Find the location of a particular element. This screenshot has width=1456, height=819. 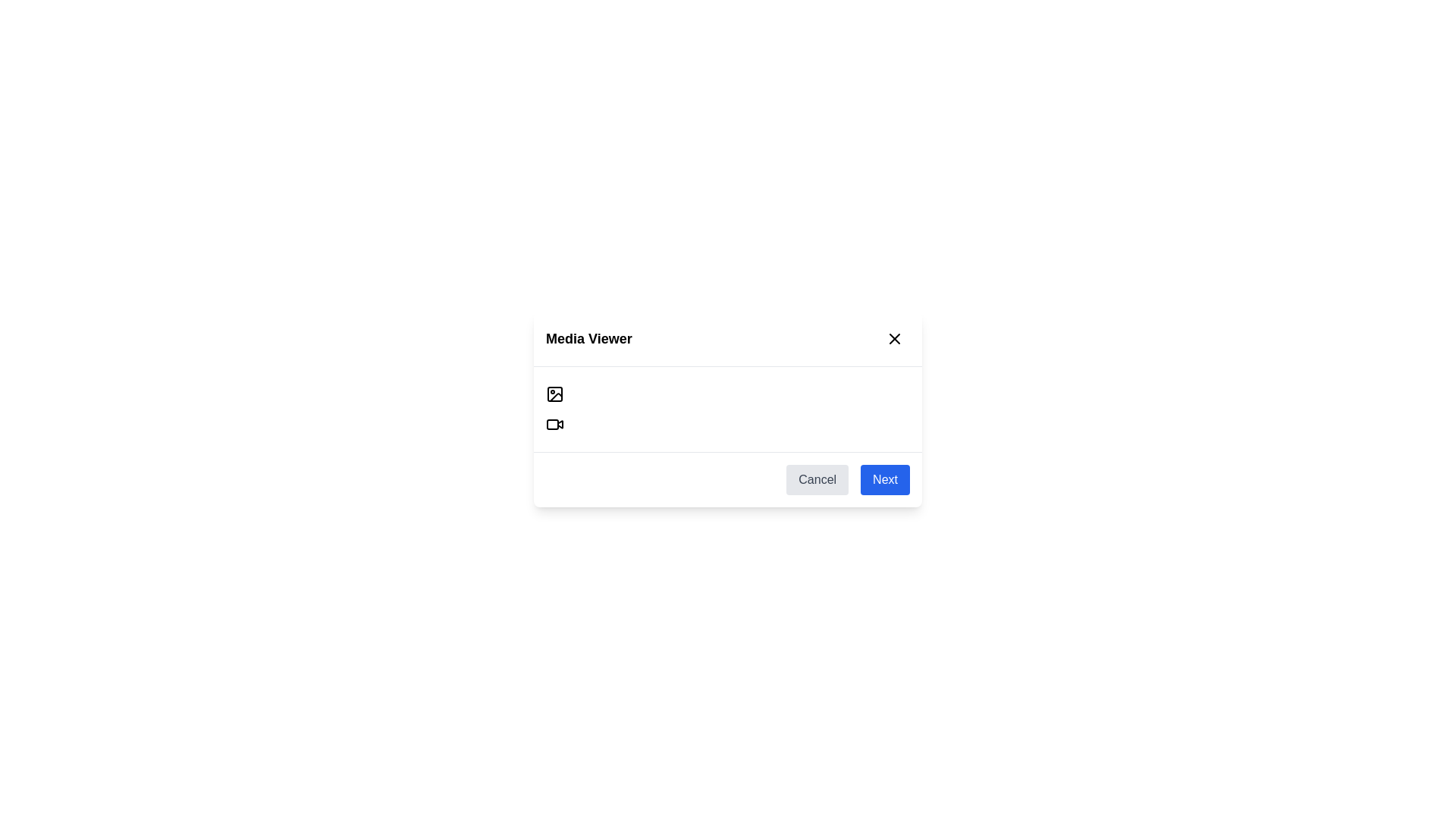

the triangular video camera icon located within a circular button is located at coordinates (560, 424).